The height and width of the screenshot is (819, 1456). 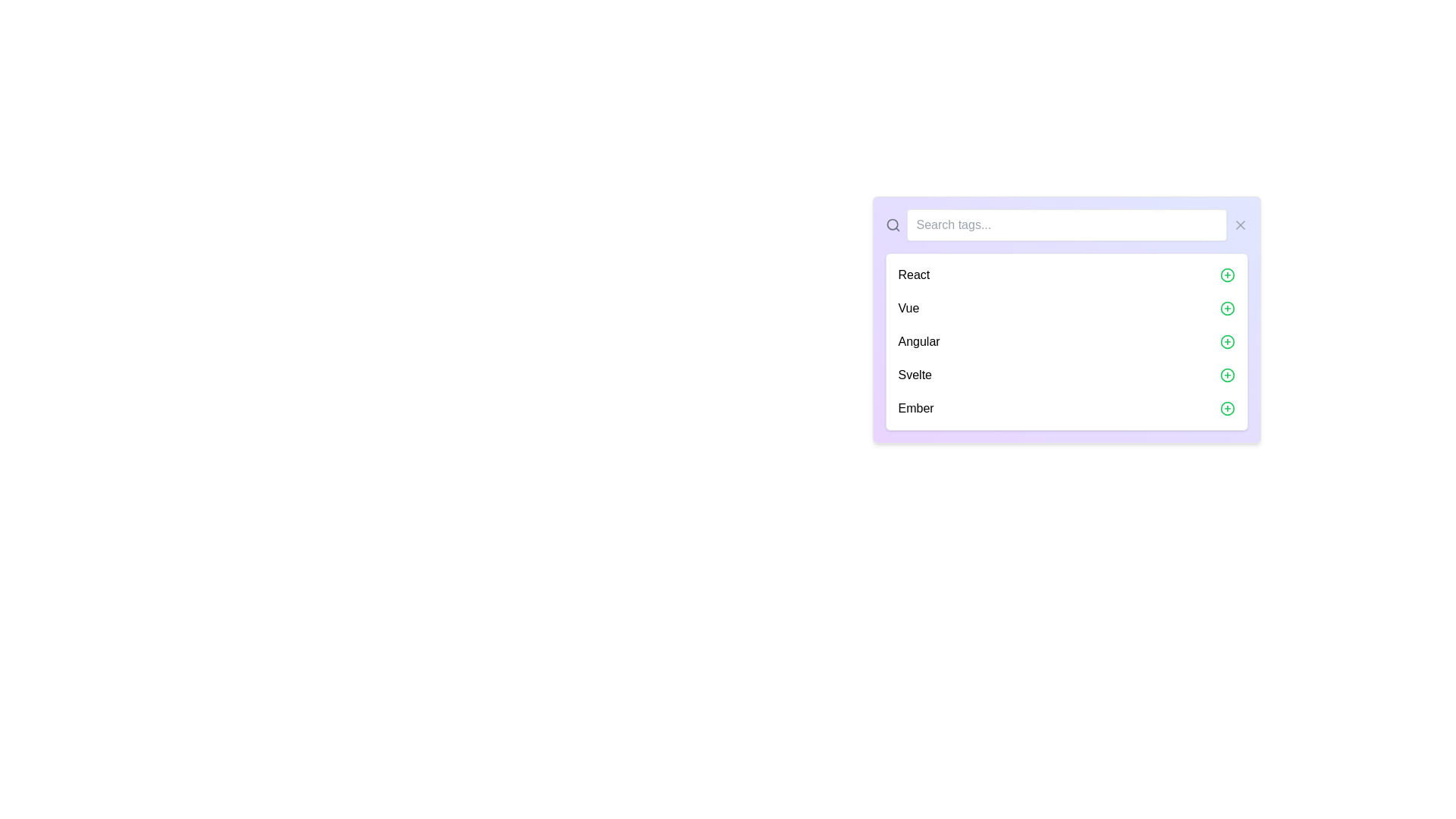 I want to click on the green circular icon button with a plus sign, located at the far right of the row containing the text 'Ember', so click(x=1227, y=408).